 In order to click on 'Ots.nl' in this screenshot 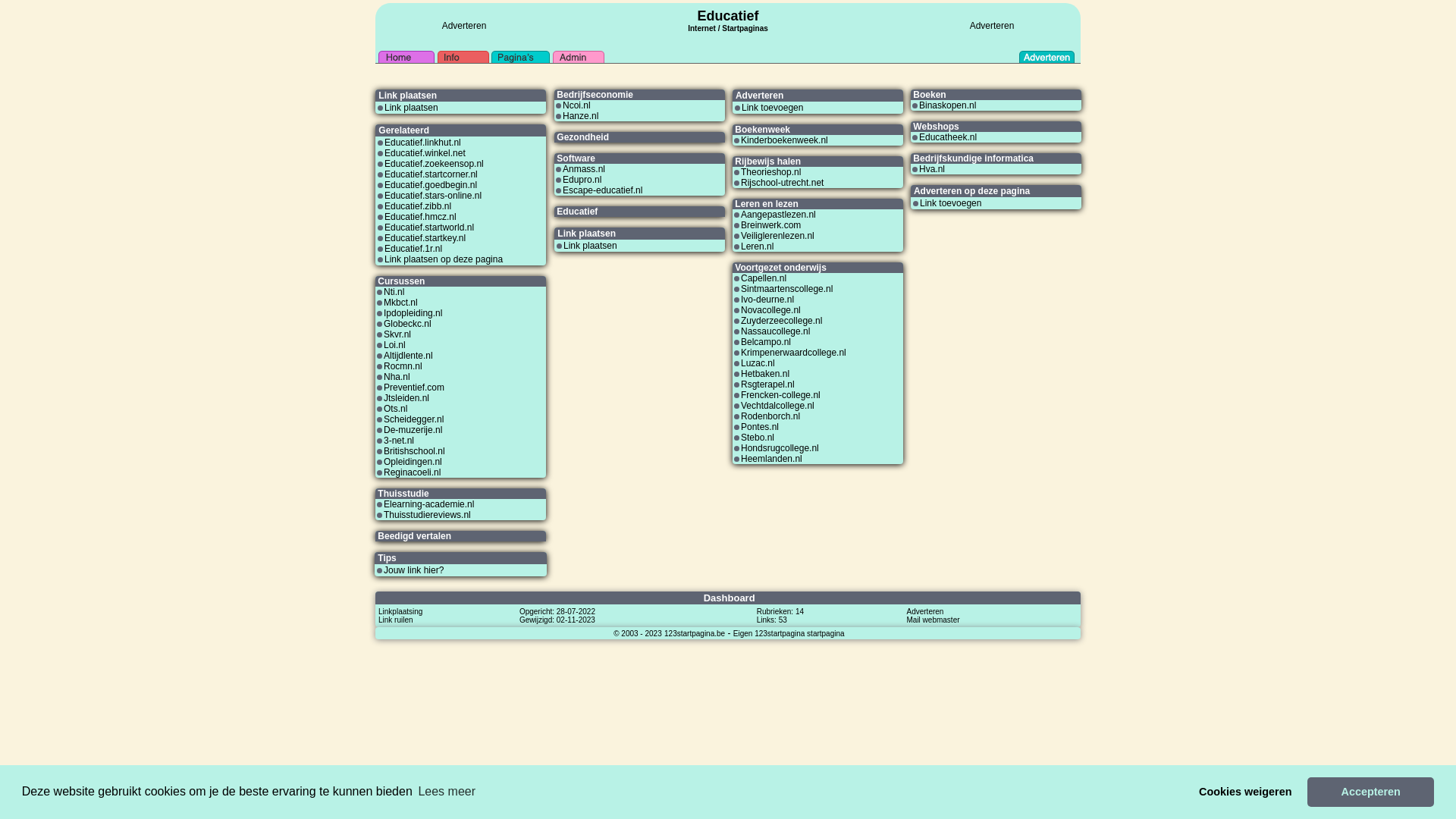, I will do `click(395, 408)`.